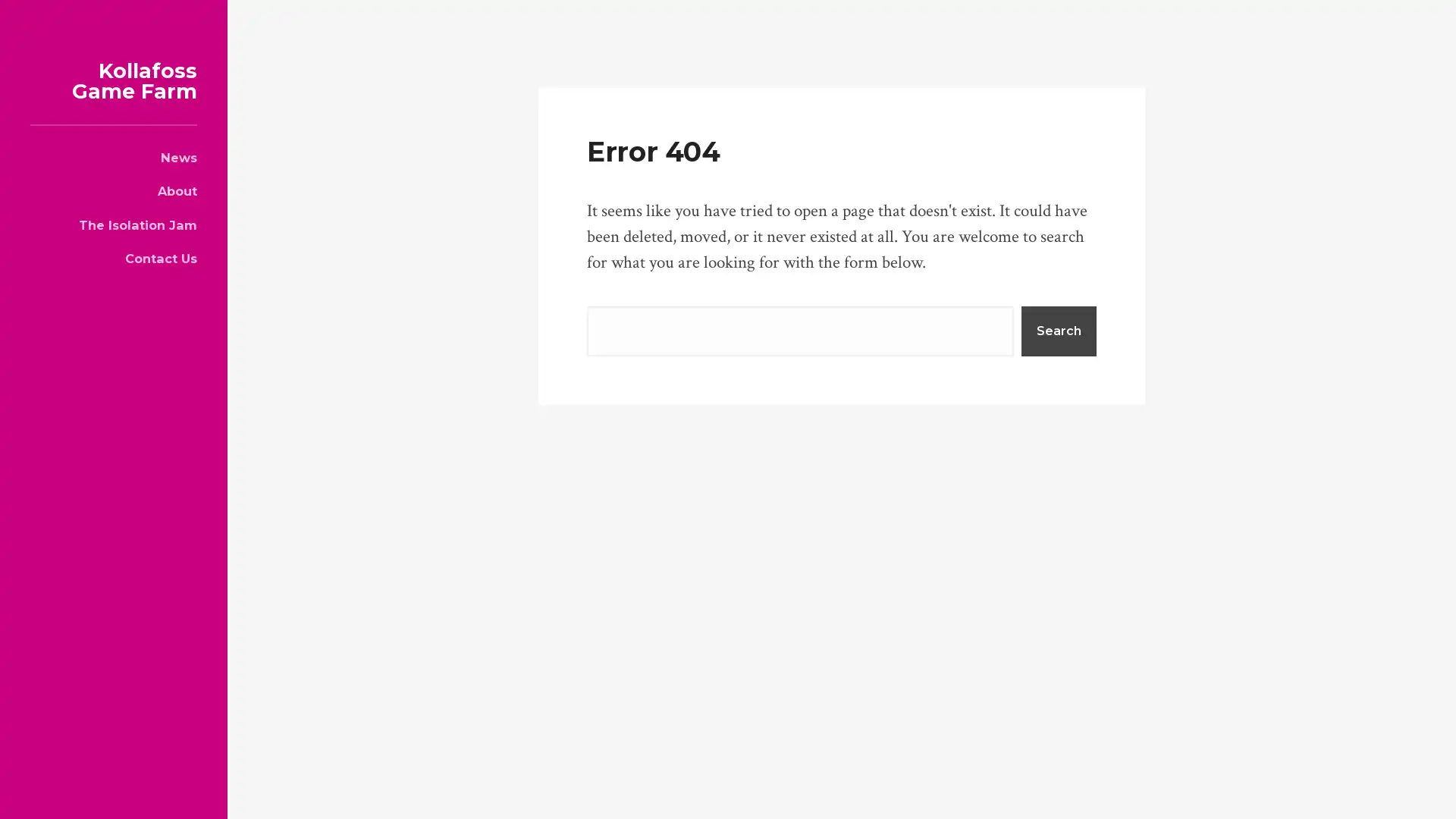  What do you see at coordinates (1058, 329) in the screenshot?
I see `Search` at bounding box center [1058, 329].